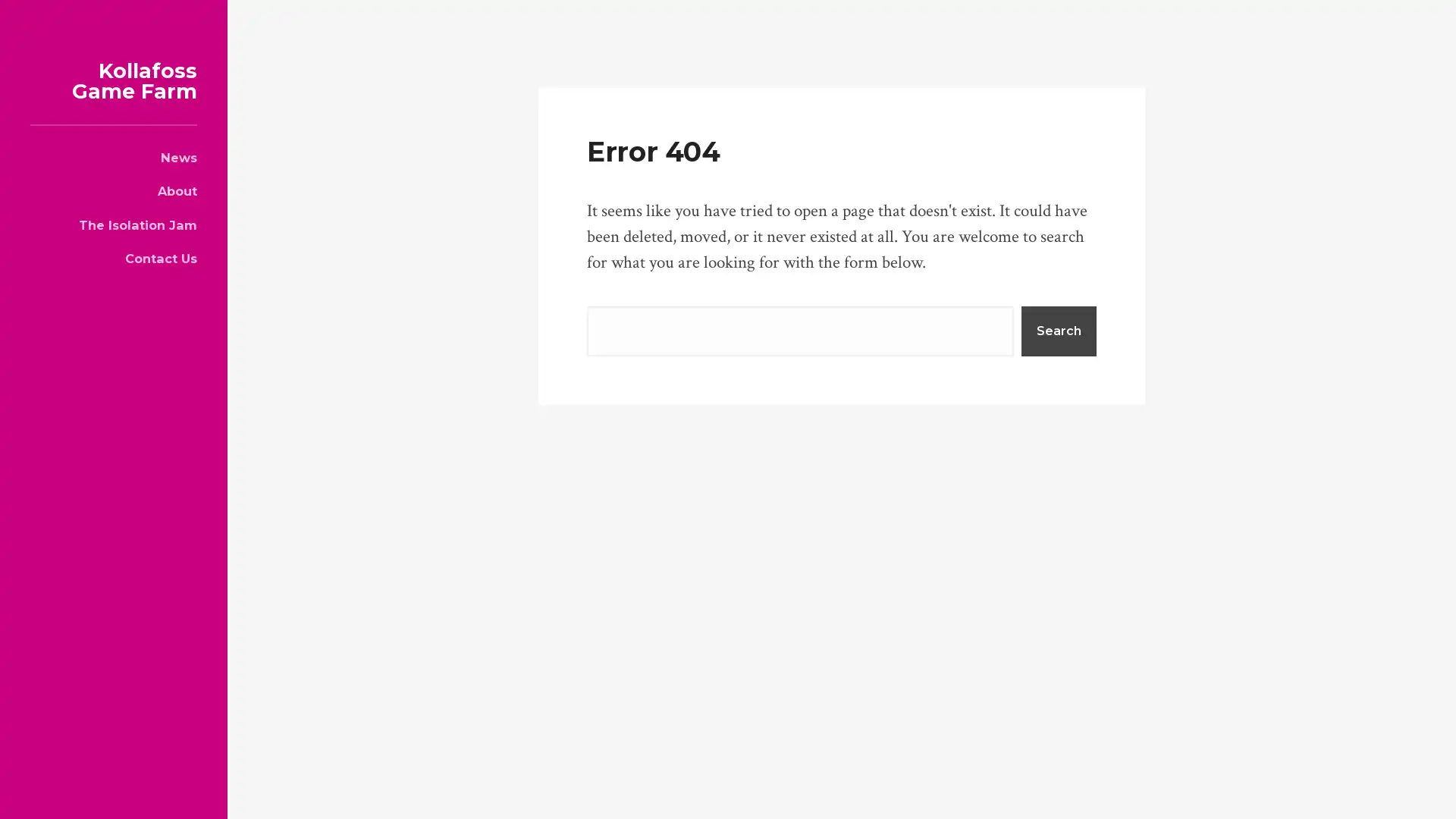  What do you see at coordinates (1058, 329) in the screenshot?
I see `Search` at bounding box center [1058, 329].